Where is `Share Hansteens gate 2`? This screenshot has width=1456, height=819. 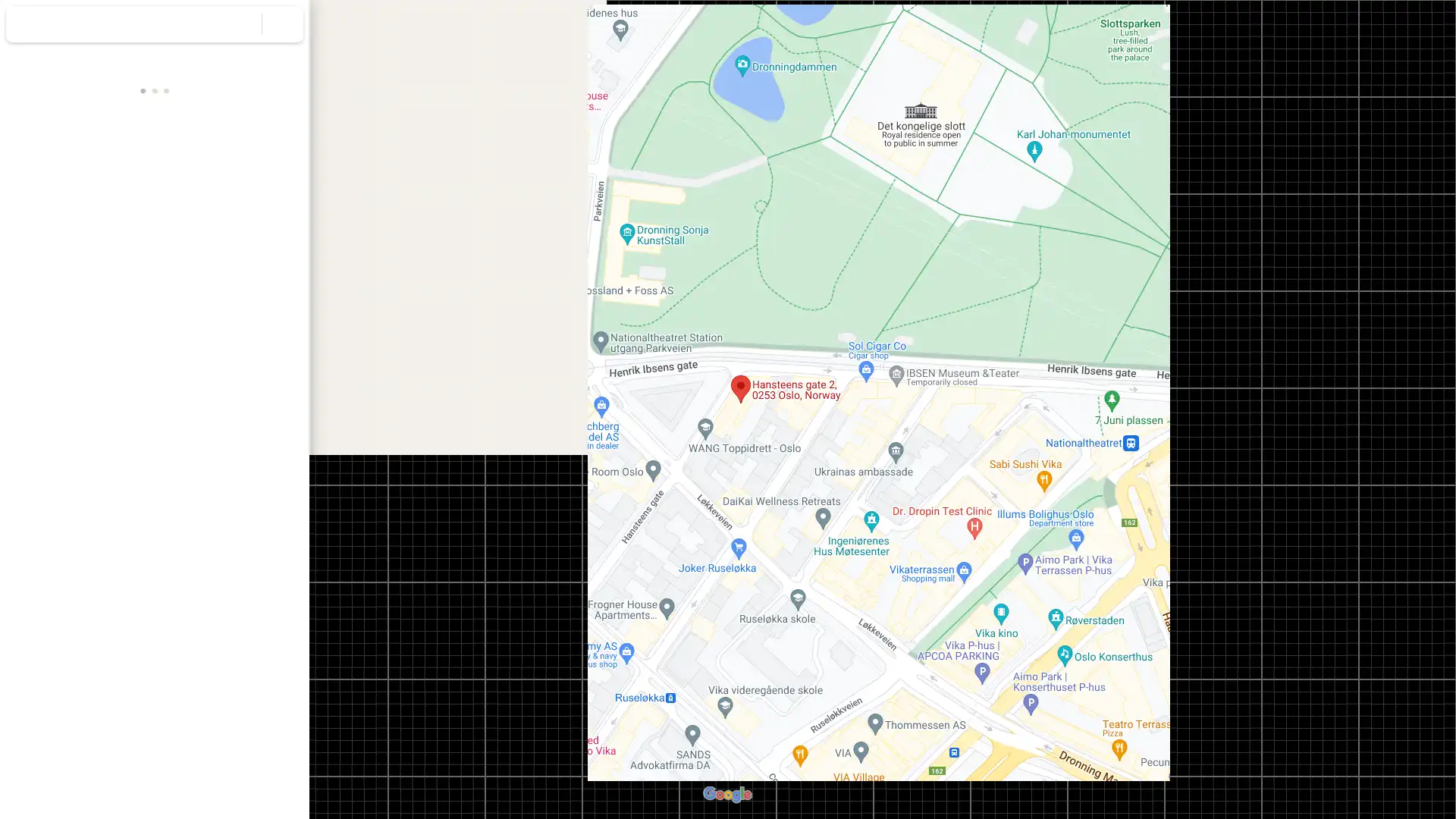
Share Hansteens gate 2 is located at coordinates (265, 304).